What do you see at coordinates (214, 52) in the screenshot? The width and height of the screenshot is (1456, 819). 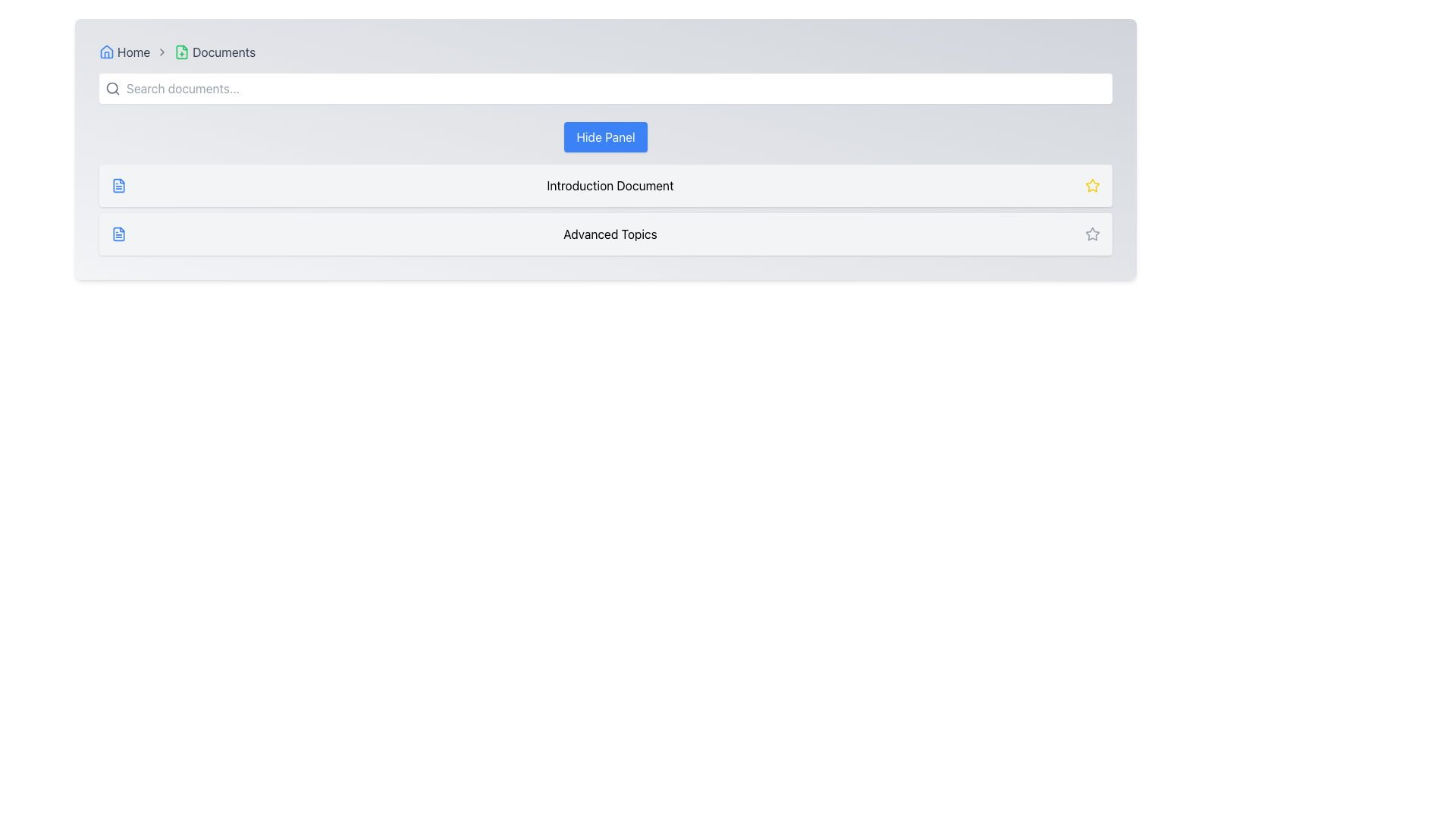 I see `the Text Label that indicates the current section 'Documents' in the breadcrumbs navigation bar, located to the right of the 'Home' label` at bounding box center [214, 52].